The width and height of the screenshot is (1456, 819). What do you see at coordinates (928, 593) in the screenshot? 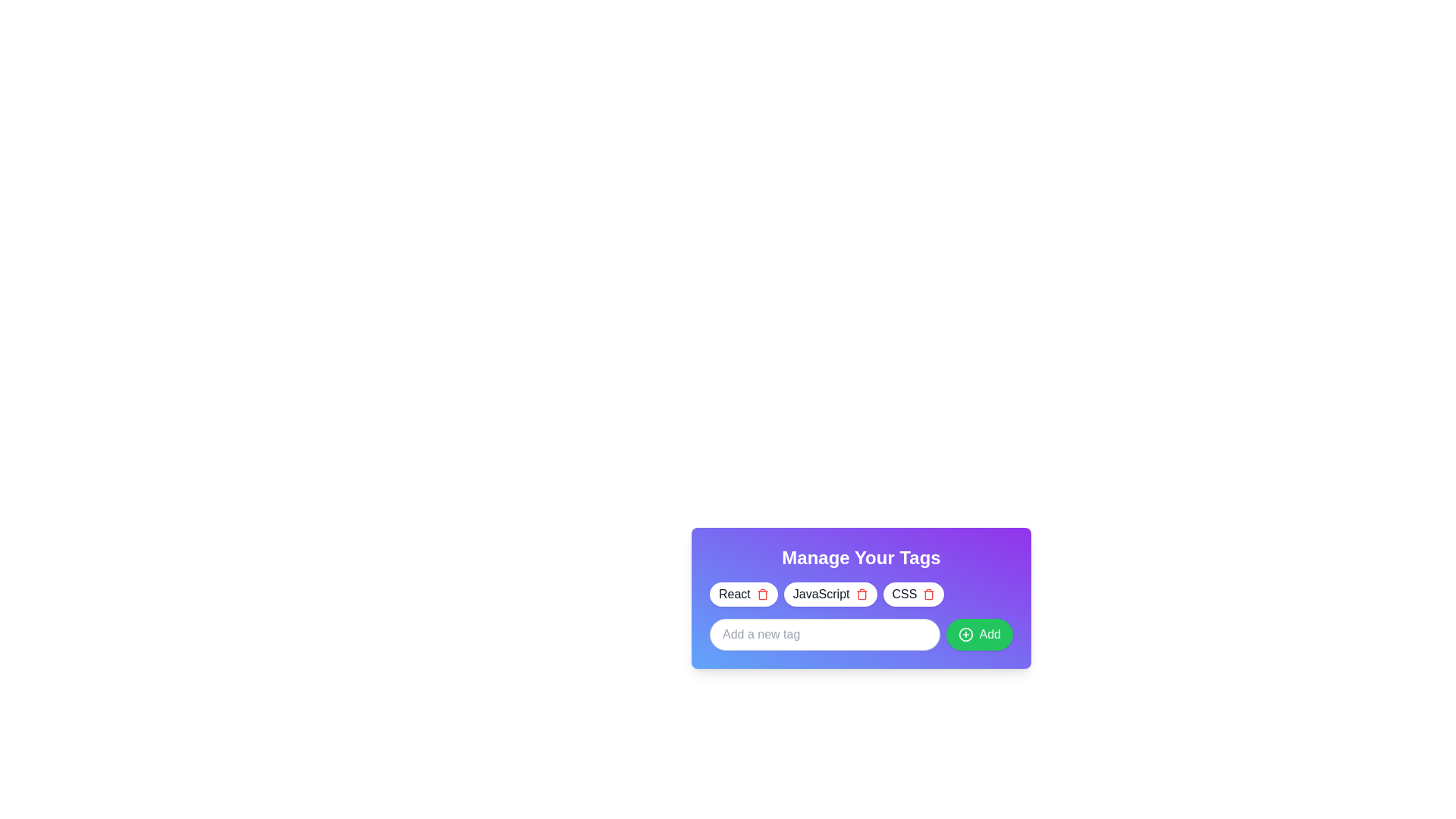
I see `the red trash bin icon button located to the right of the 'CSS' text label` at bounding box center [928, 593].